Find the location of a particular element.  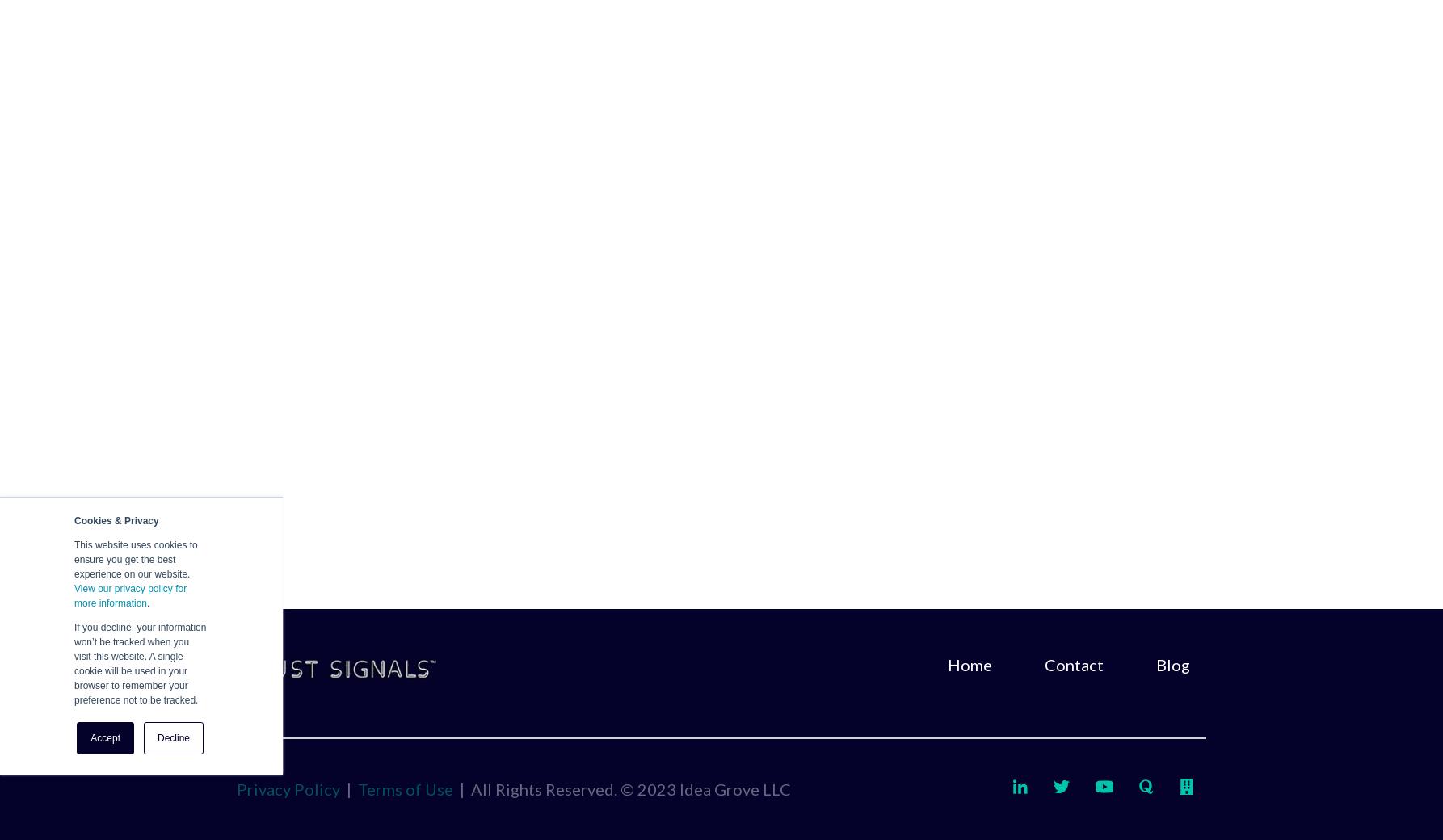

'Decline' is located at coordinates (172, 737).